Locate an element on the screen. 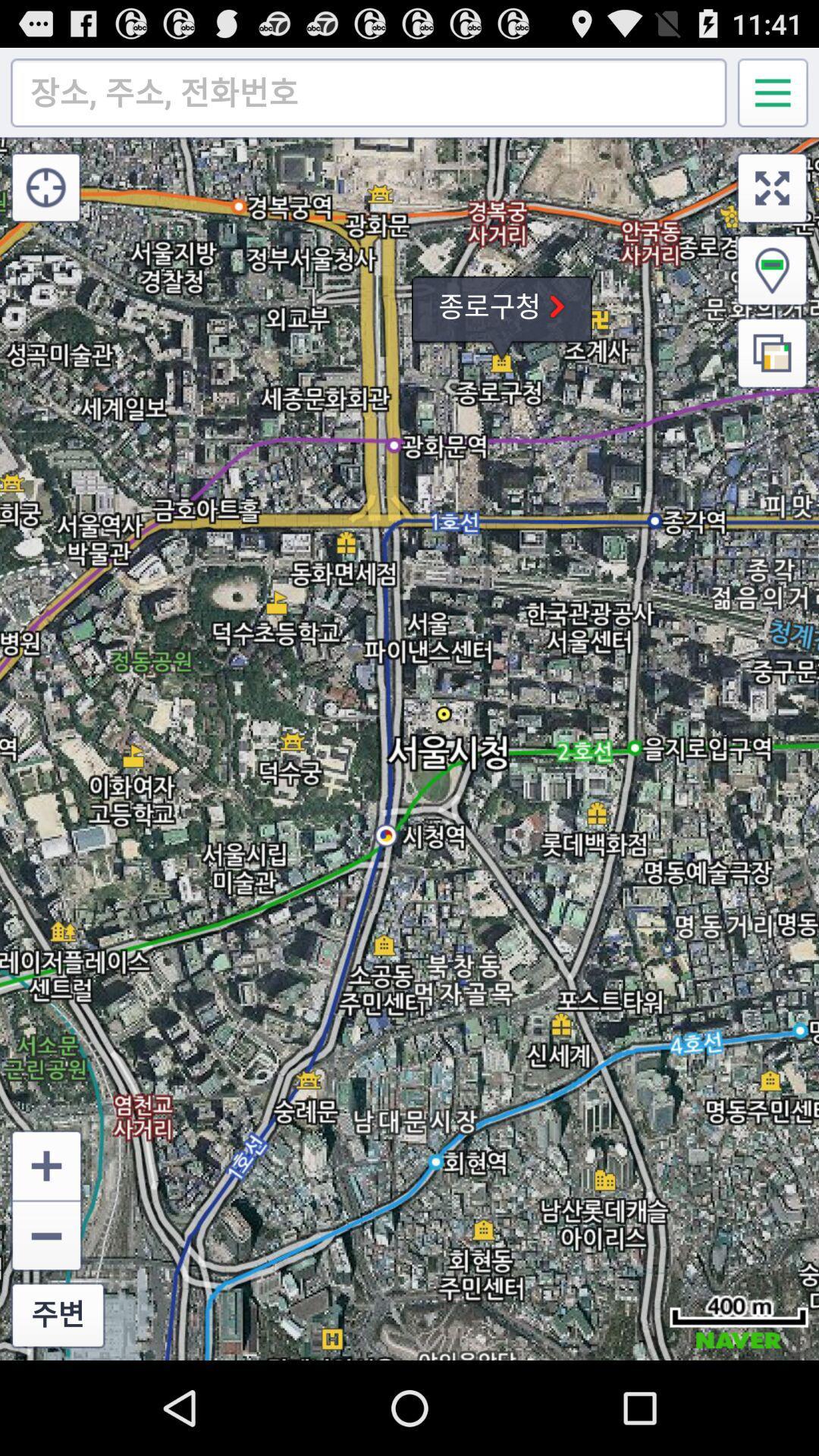 The height and width of the screenshot is (1456, 819). the fullscreen icon is located at coordinates (772, 200).